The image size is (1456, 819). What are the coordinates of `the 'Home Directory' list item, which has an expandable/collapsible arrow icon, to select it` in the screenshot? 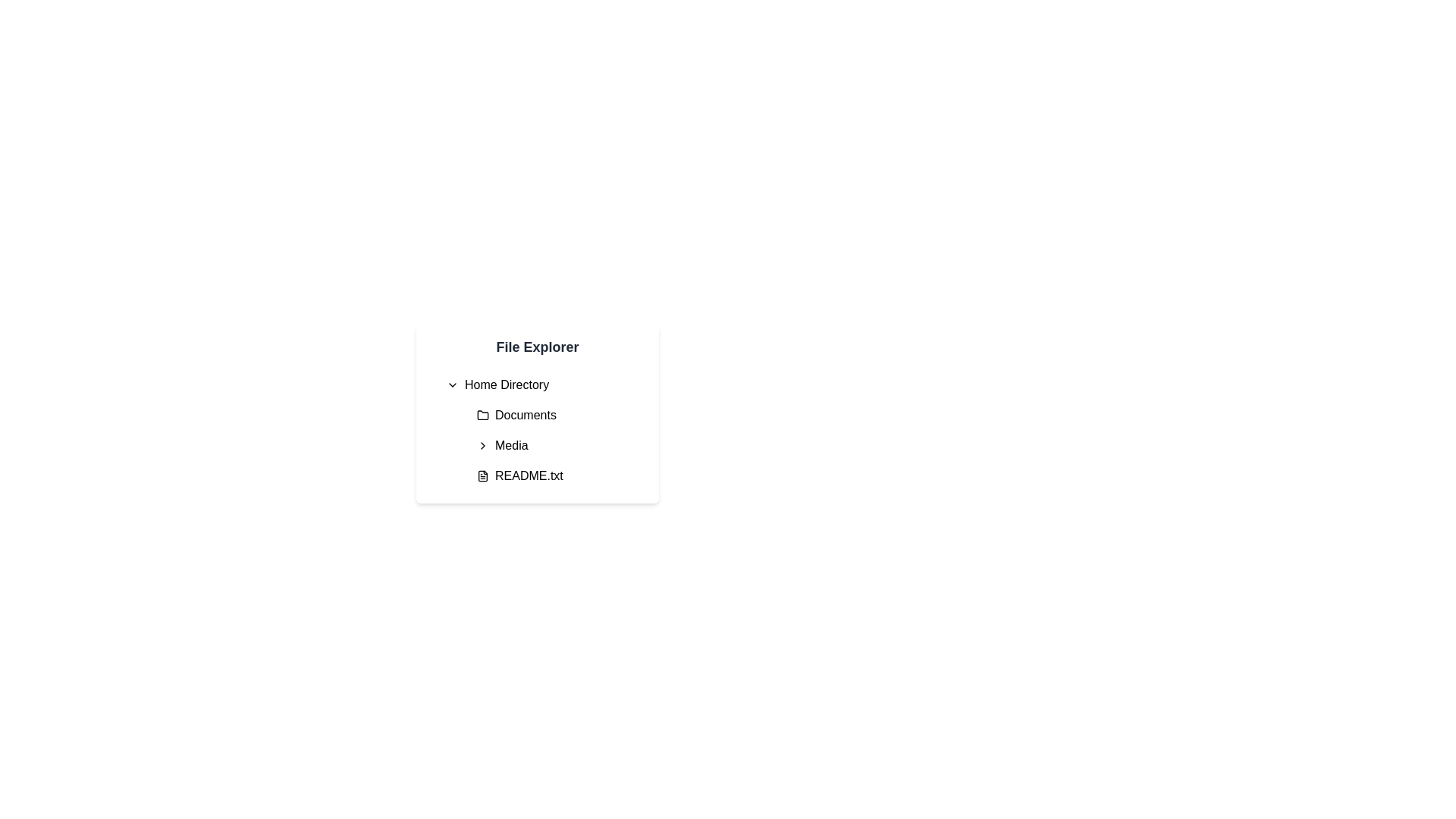 It's located at (543, 384).